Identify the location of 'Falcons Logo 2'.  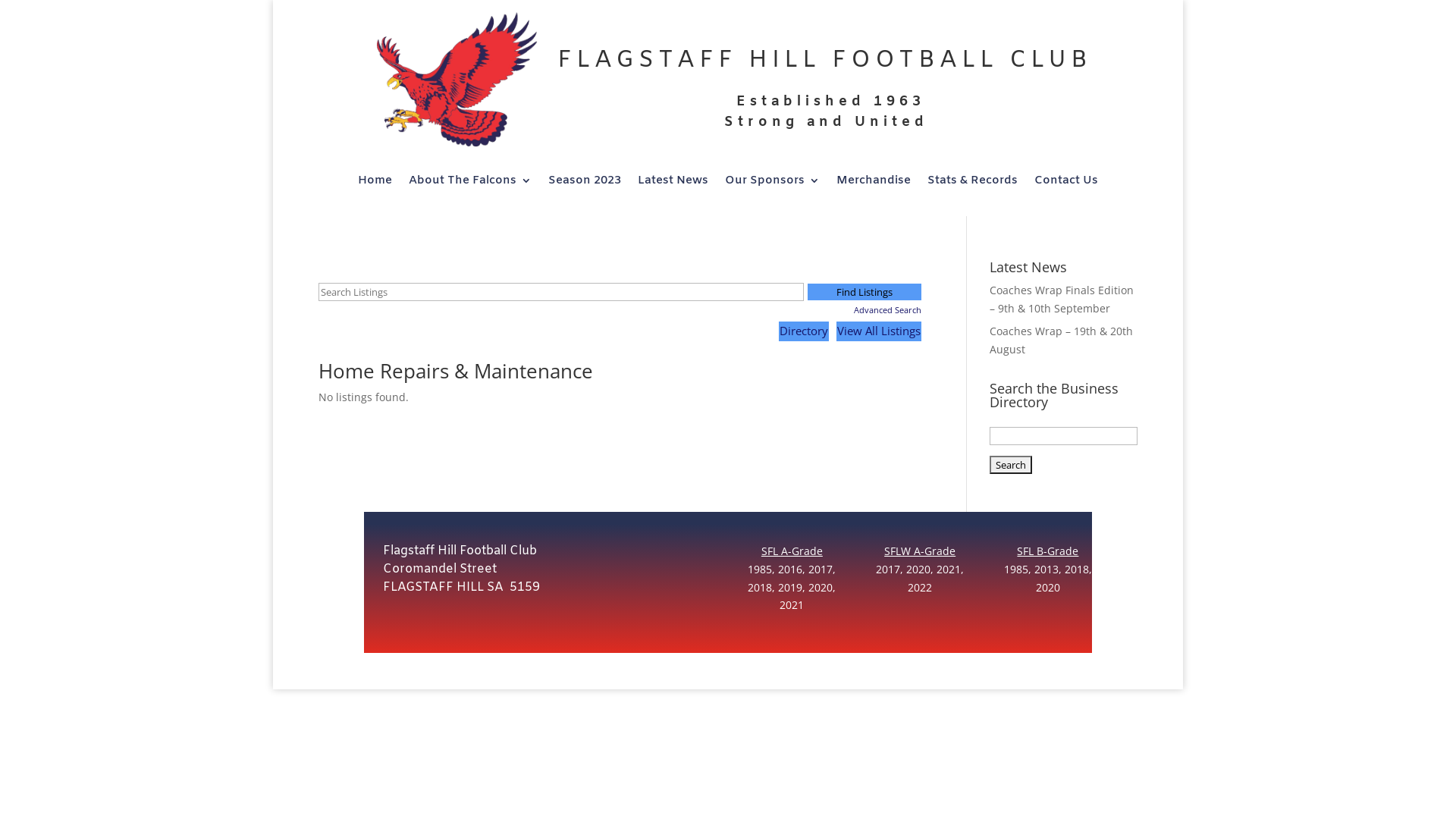
(451, 85).